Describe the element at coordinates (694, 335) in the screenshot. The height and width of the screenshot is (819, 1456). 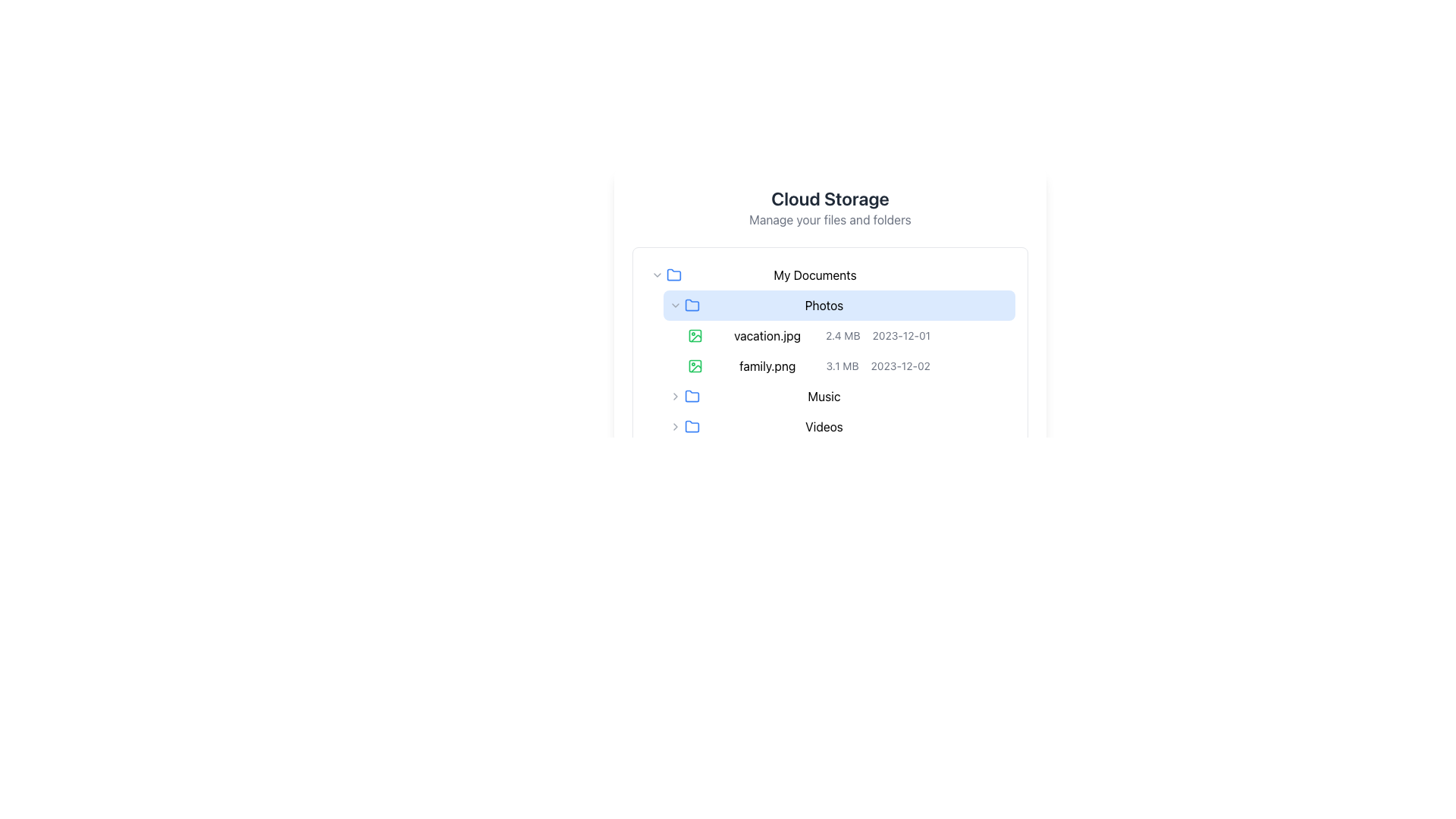
I see `the image icon with a green border that resembles a photograph, located to the left of 'vacation.jpg' in the 'Photos' folder section` at that location.